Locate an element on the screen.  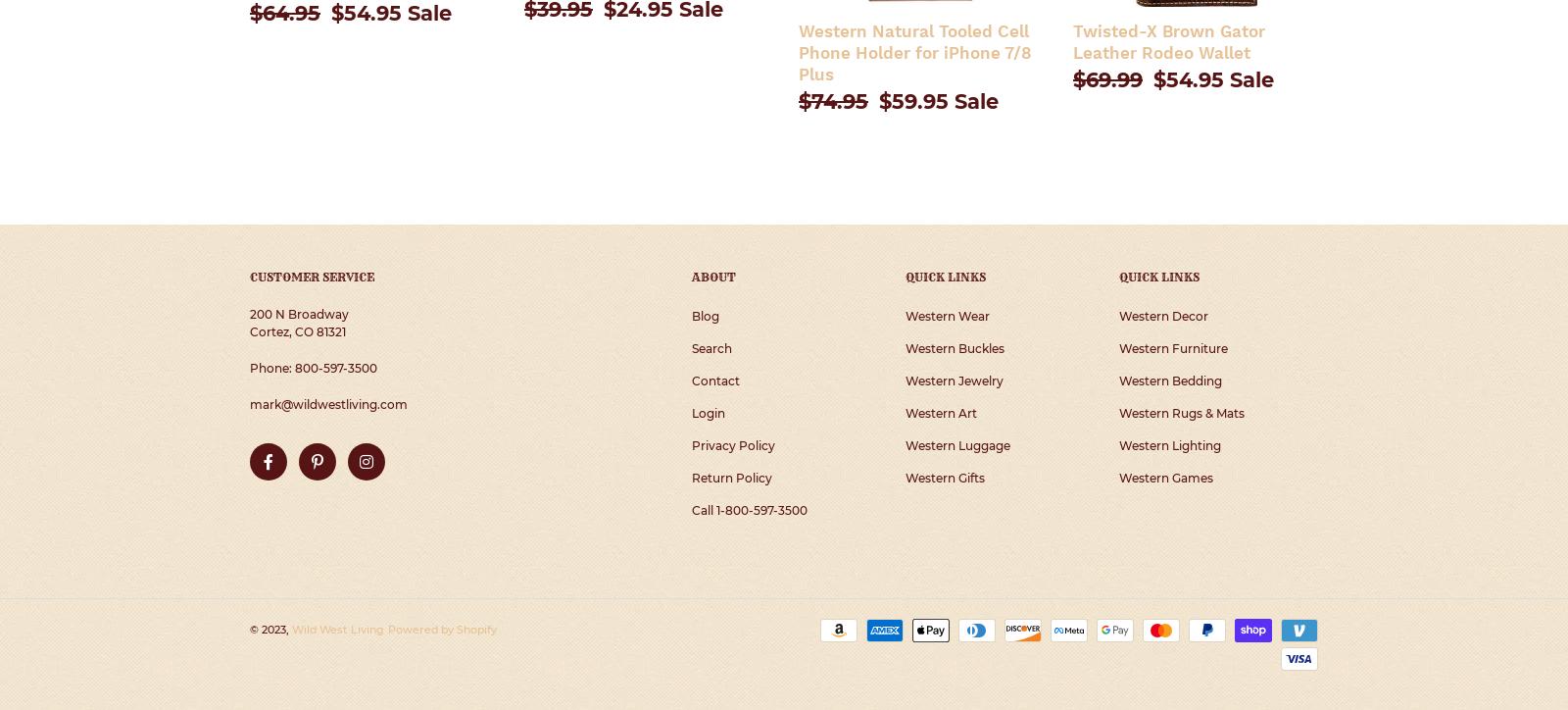
'Cortez, CO 81321' is located at coordinates (298, 330).